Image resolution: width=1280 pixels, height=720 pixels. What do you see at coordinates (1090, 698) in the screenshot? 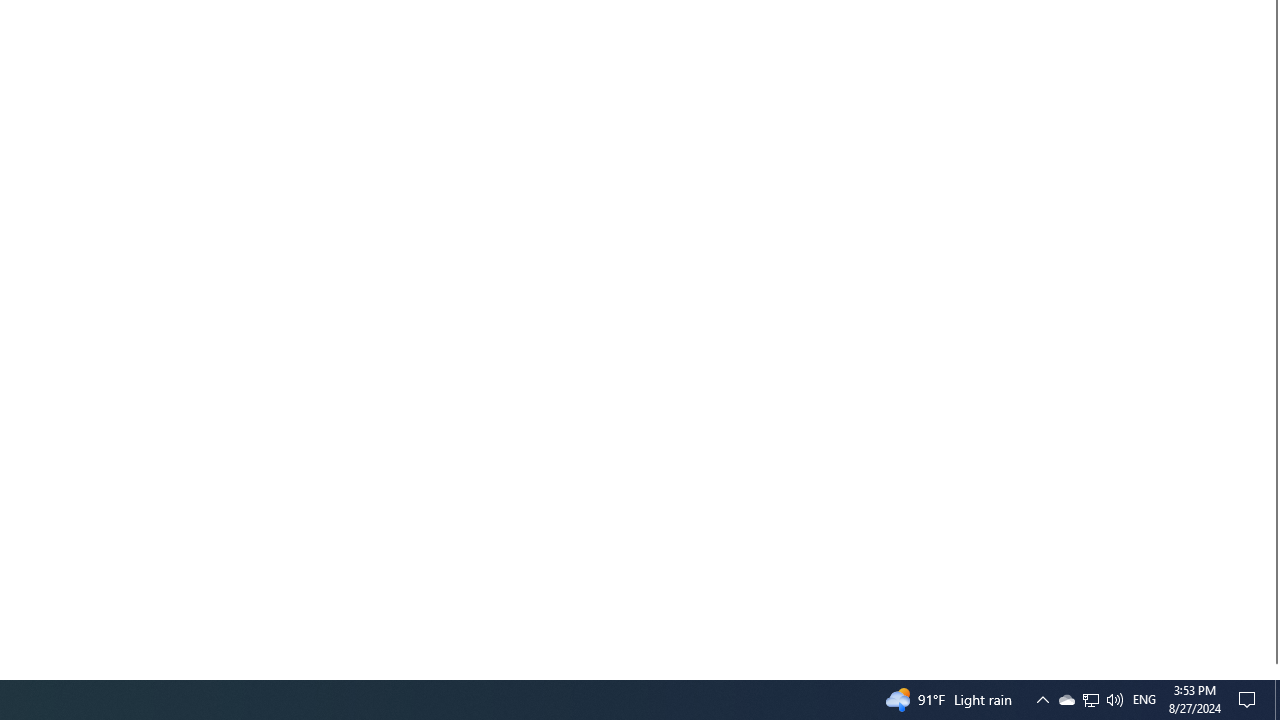
I see `'Q2790: 100%'` at bounding box center [1090, 698].